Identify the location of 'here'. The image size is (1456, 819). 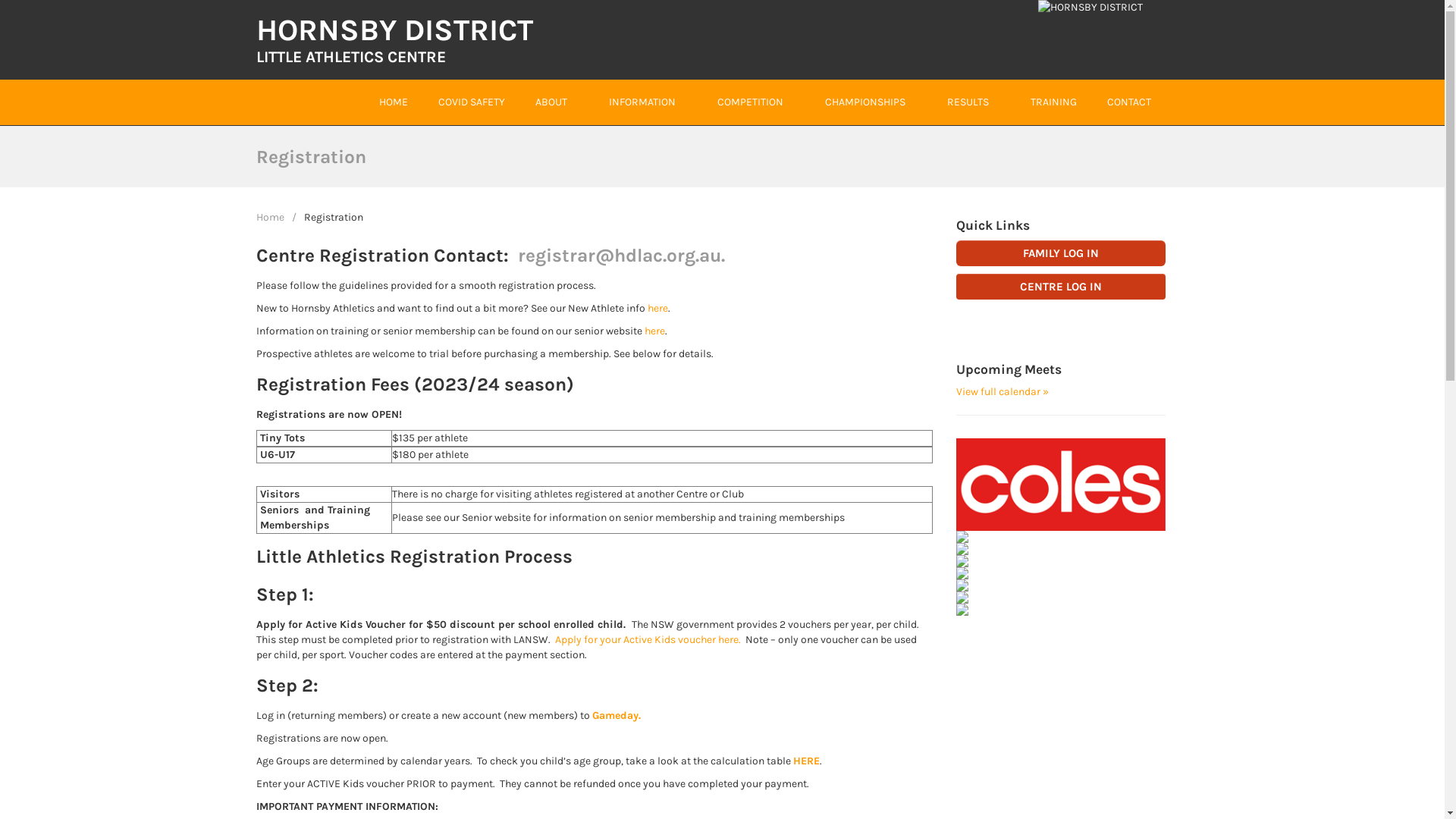
(654, 330).